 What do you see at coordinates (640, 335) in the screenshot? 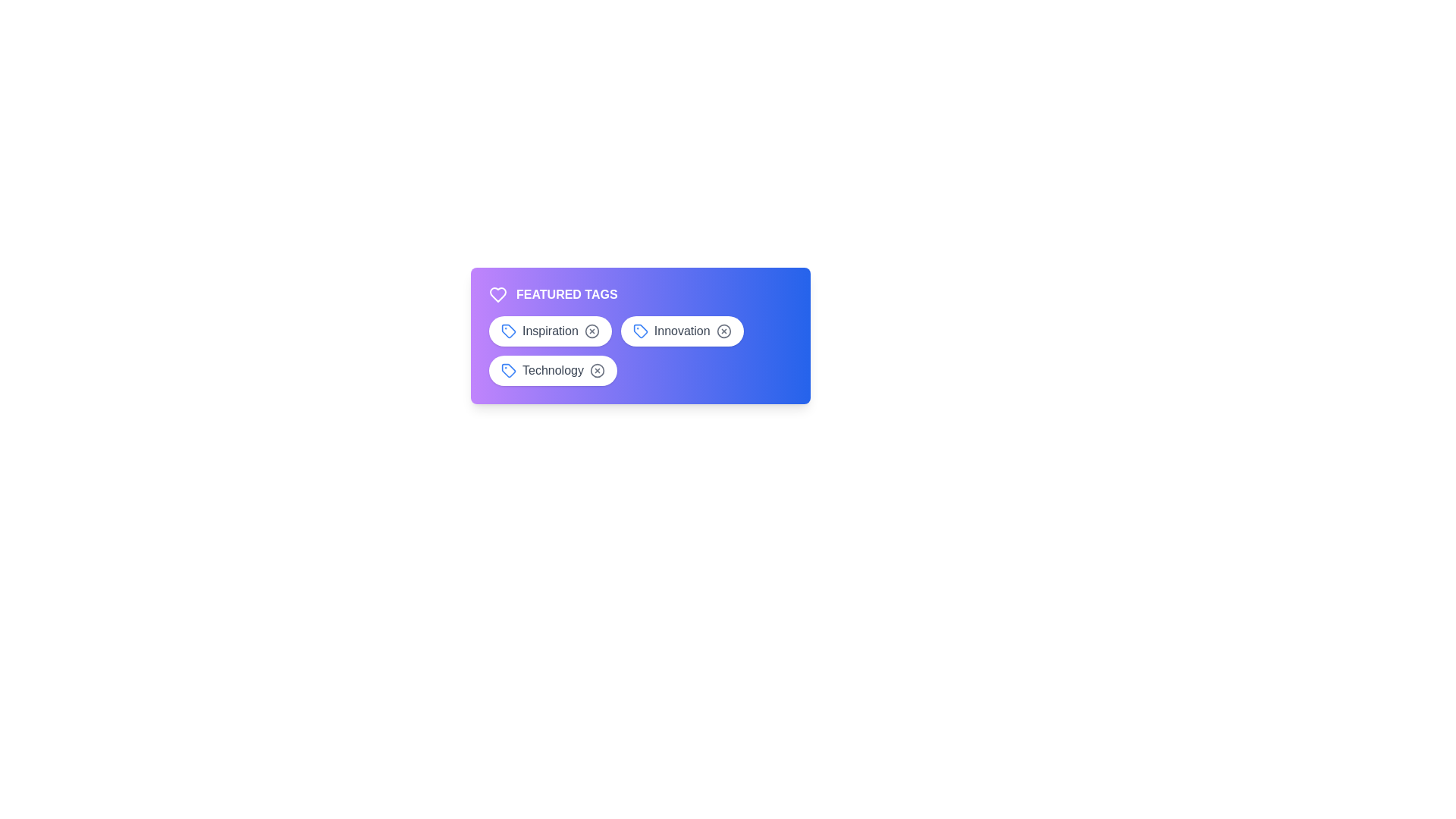
I see `the 'Innovation' tag label located centrally in the 'Featured Tags' section, positioned between the 'Inspiration' and 'Technology' labels` at bounding box center [640, 335].